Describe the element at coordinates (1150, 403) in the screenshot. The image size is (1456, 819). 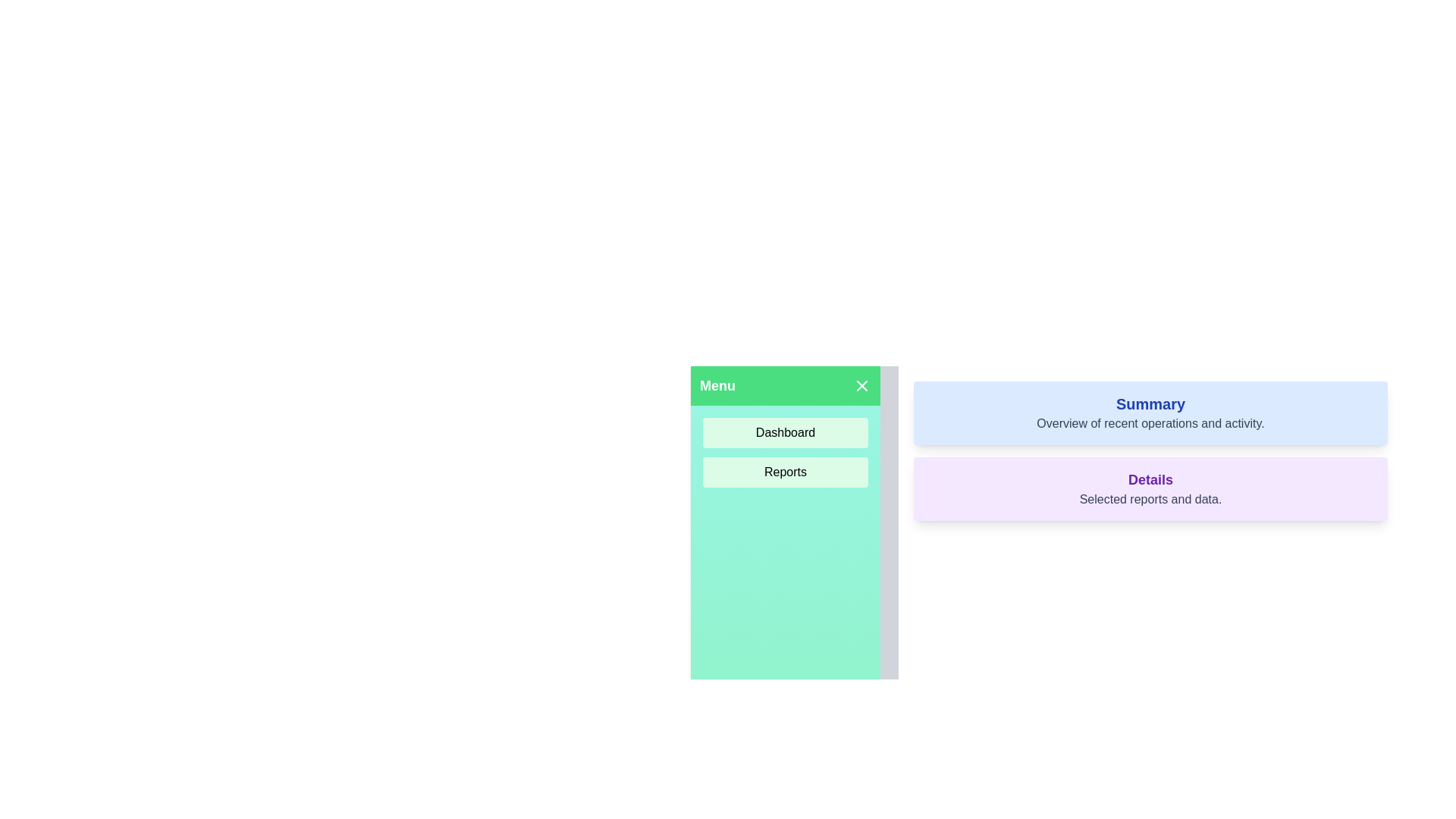
I see `the Text Header element, which indicates the content below pertains to a summary of operations or activities, located within a blue background box near the center-right of the layout` at that location.